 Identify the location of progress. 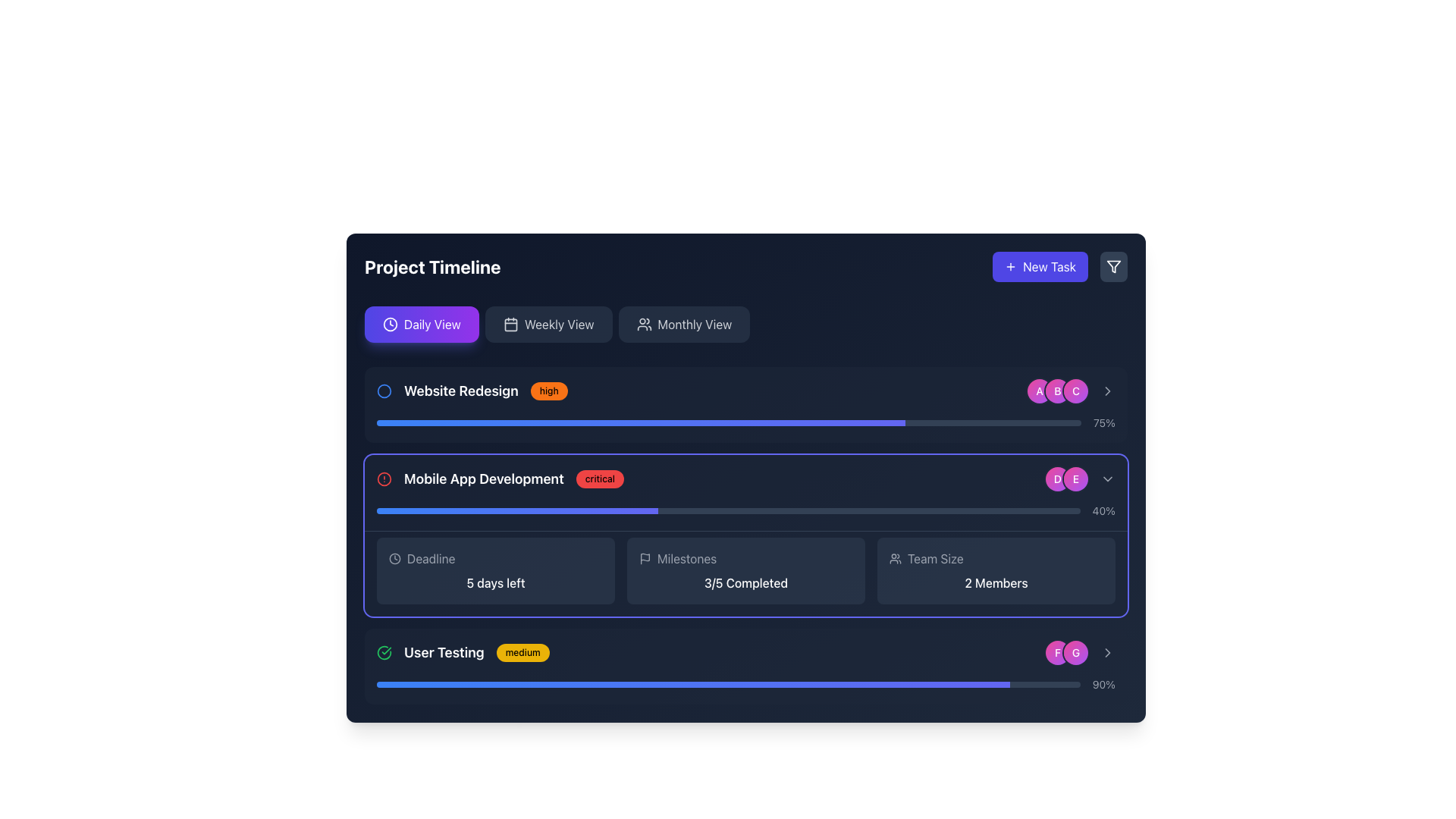
(874, 423).